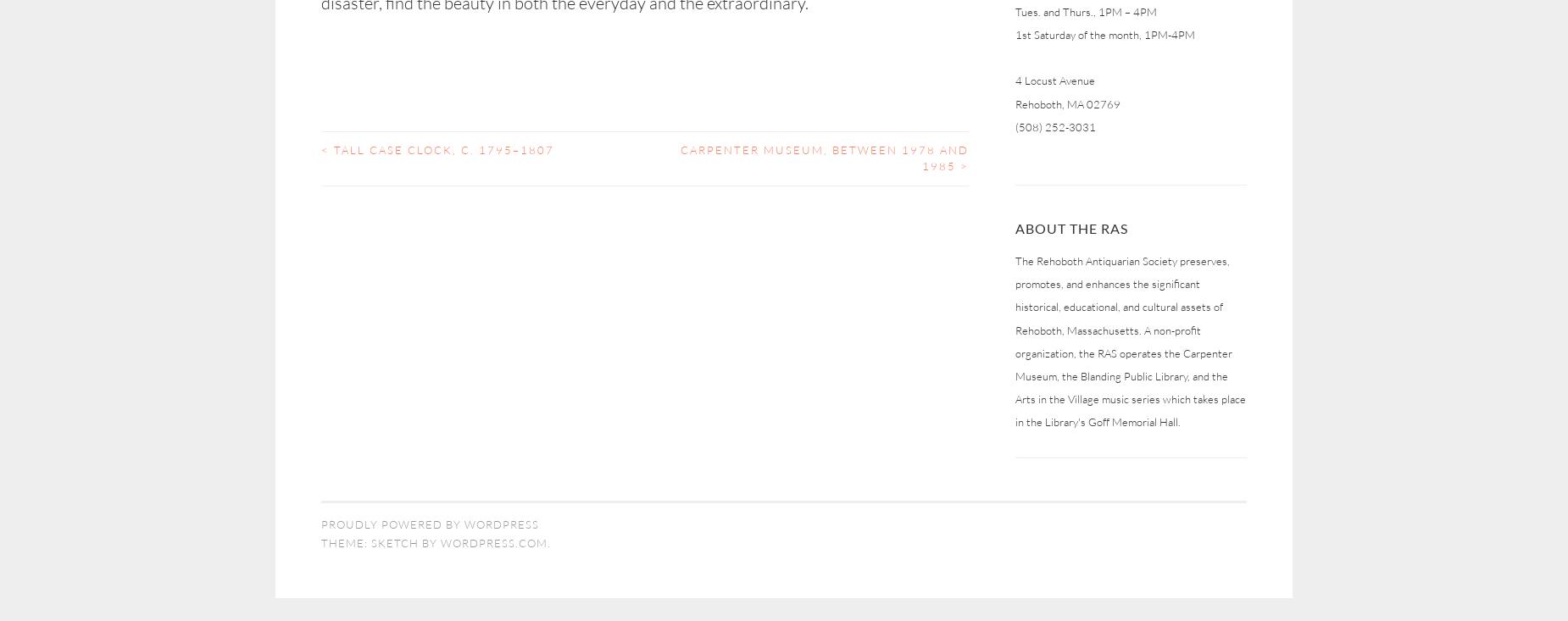 This screenshot has width=1568, height=621. What do you see at coordinates (1070, 227) in the screenshot?
I see `'About the RAS'` at bounding box center [1070, 227].